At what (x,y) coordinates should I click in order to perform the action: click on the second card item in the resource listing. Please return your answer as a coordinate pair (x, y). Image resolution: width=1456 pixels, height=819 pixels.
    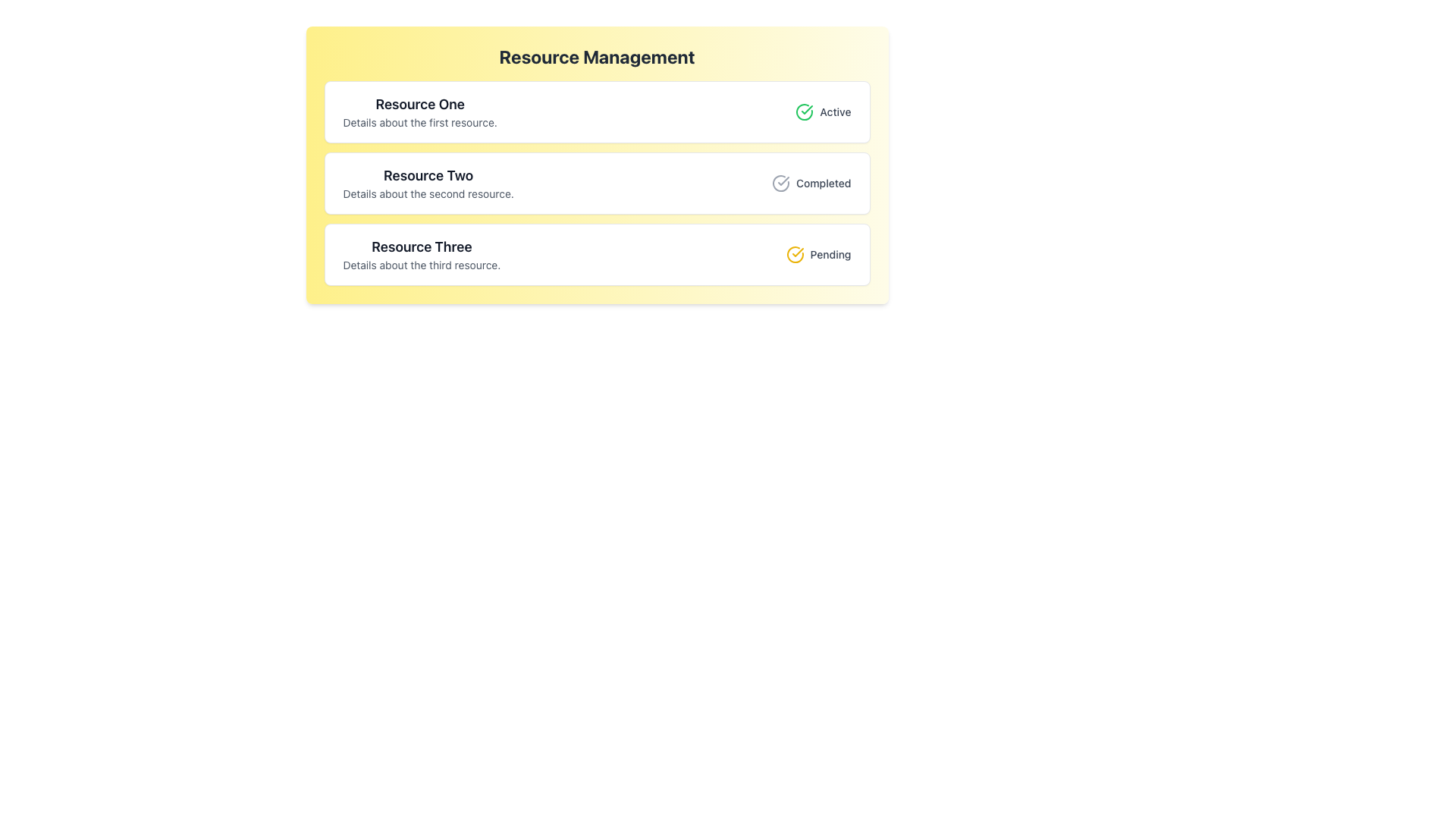
    Looking at the image, I should click on (596, 165).